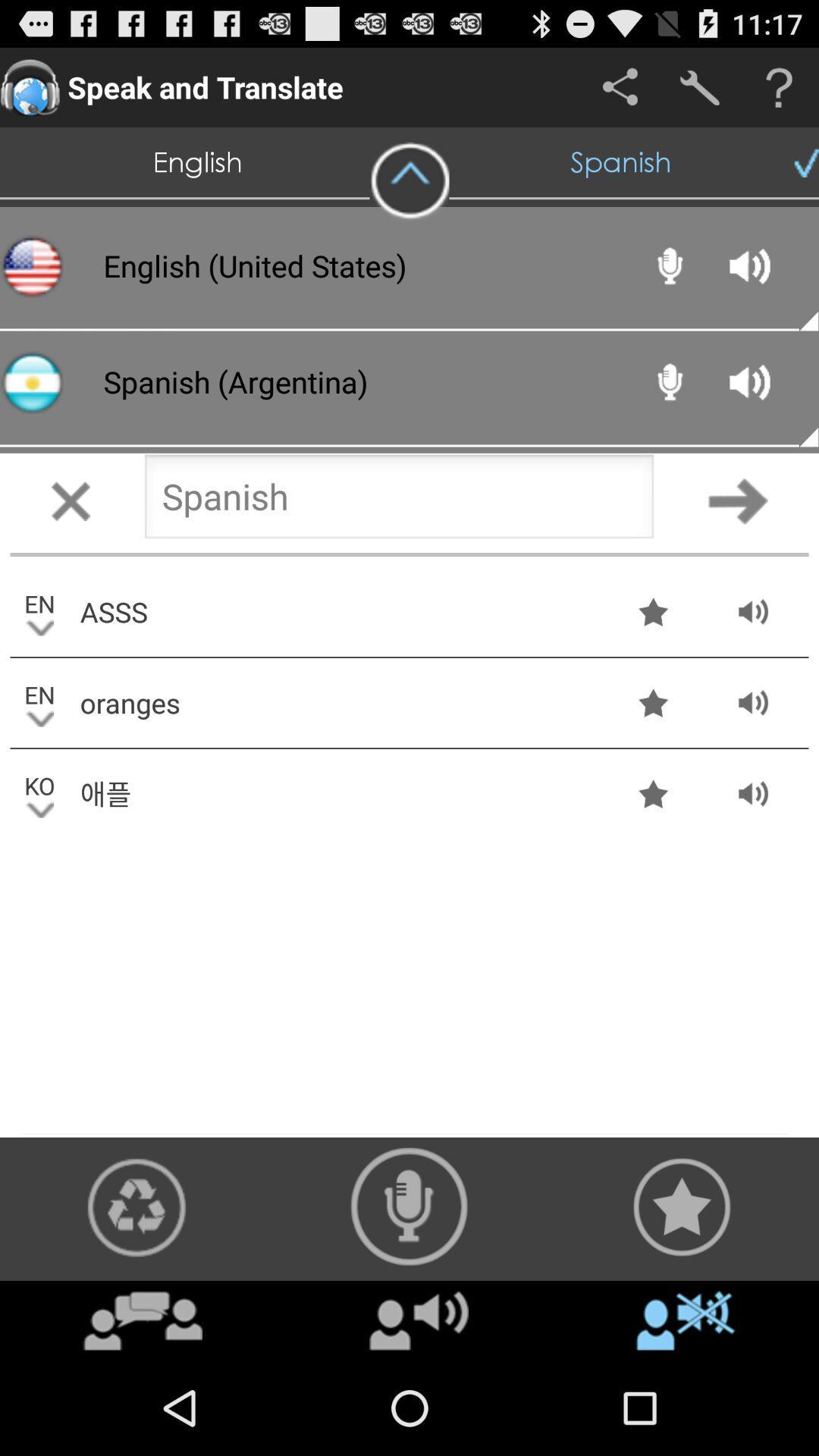 The width and height of the screenshot is (819, 1456). Describe the element at coordinates (779, 86) in the screenshot. I see `help button` at that location.